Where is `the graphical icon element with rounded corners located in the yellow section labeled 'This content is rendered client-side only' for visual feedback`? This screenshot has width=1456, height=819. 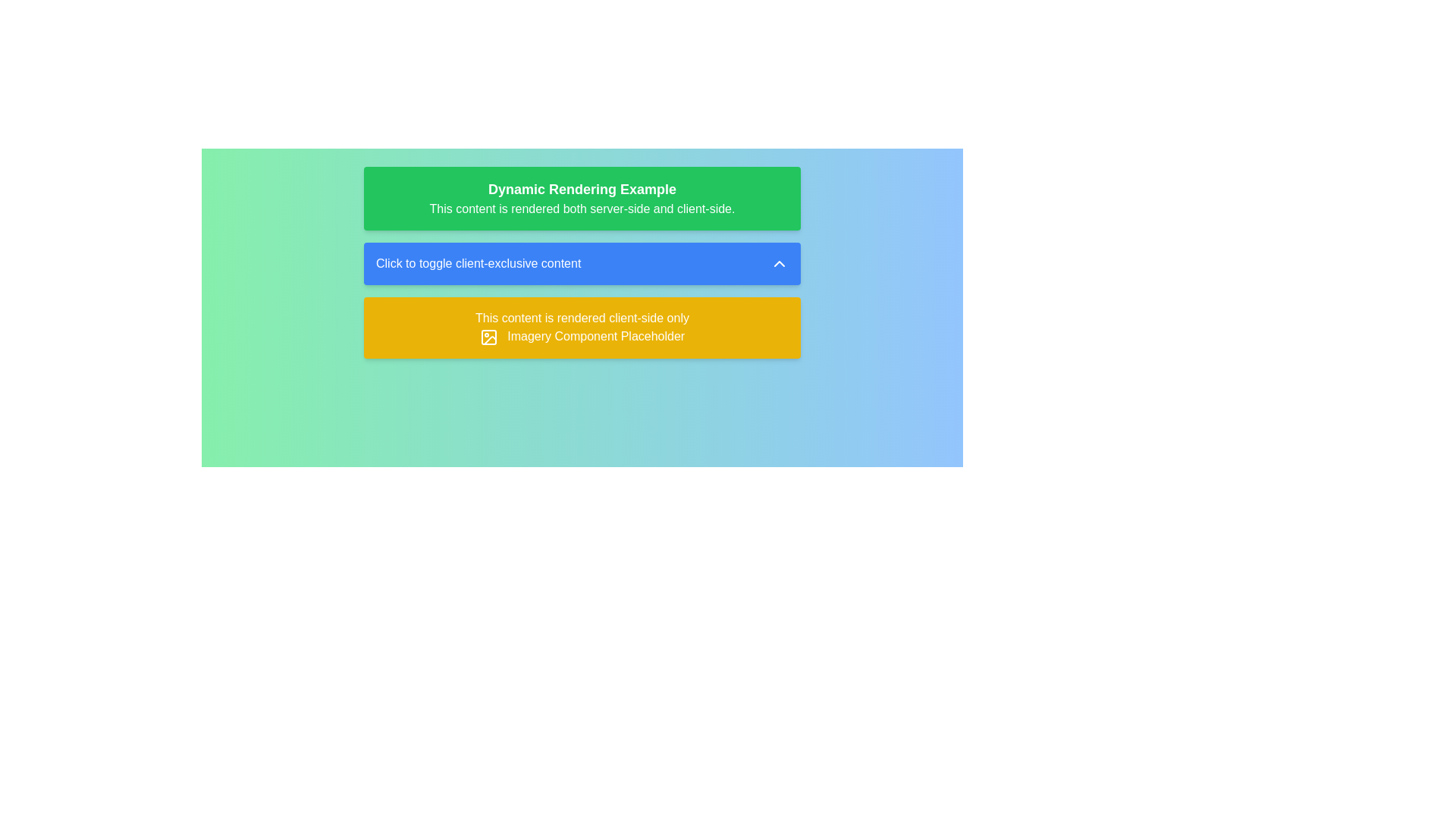 the graphical icon element with rounded corners located in the yellow section labeled 'This content is rendered client-side only' for visual feedback is located at coordinates (488, 336).